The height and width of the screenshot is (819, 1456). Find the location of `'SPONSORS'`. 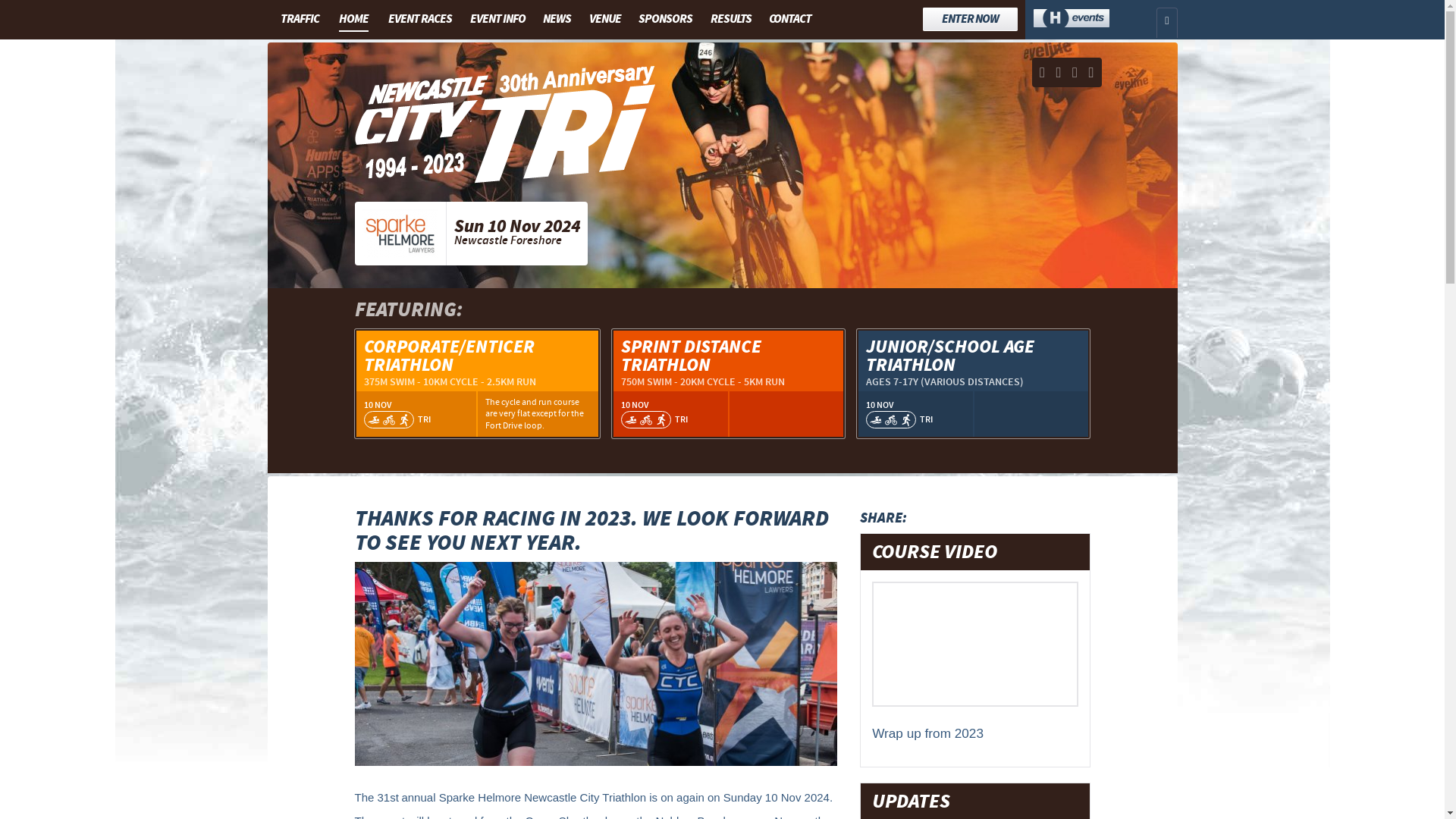

'SPONSORS' is located at coordinates (665, 18).